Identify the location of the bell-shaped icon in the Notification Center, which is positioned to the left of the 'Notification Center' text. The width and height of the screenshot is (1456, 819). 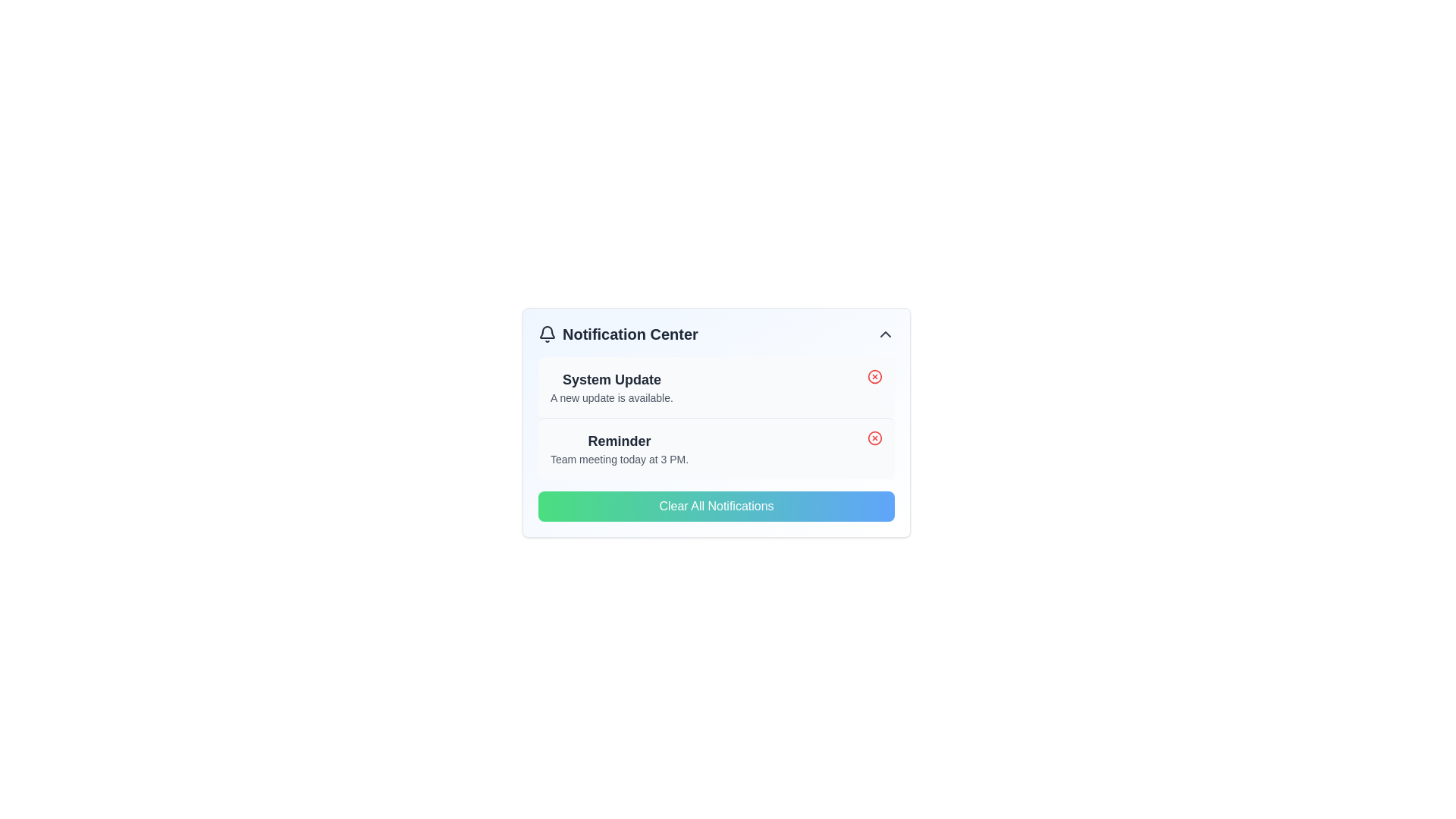
(546, 333).